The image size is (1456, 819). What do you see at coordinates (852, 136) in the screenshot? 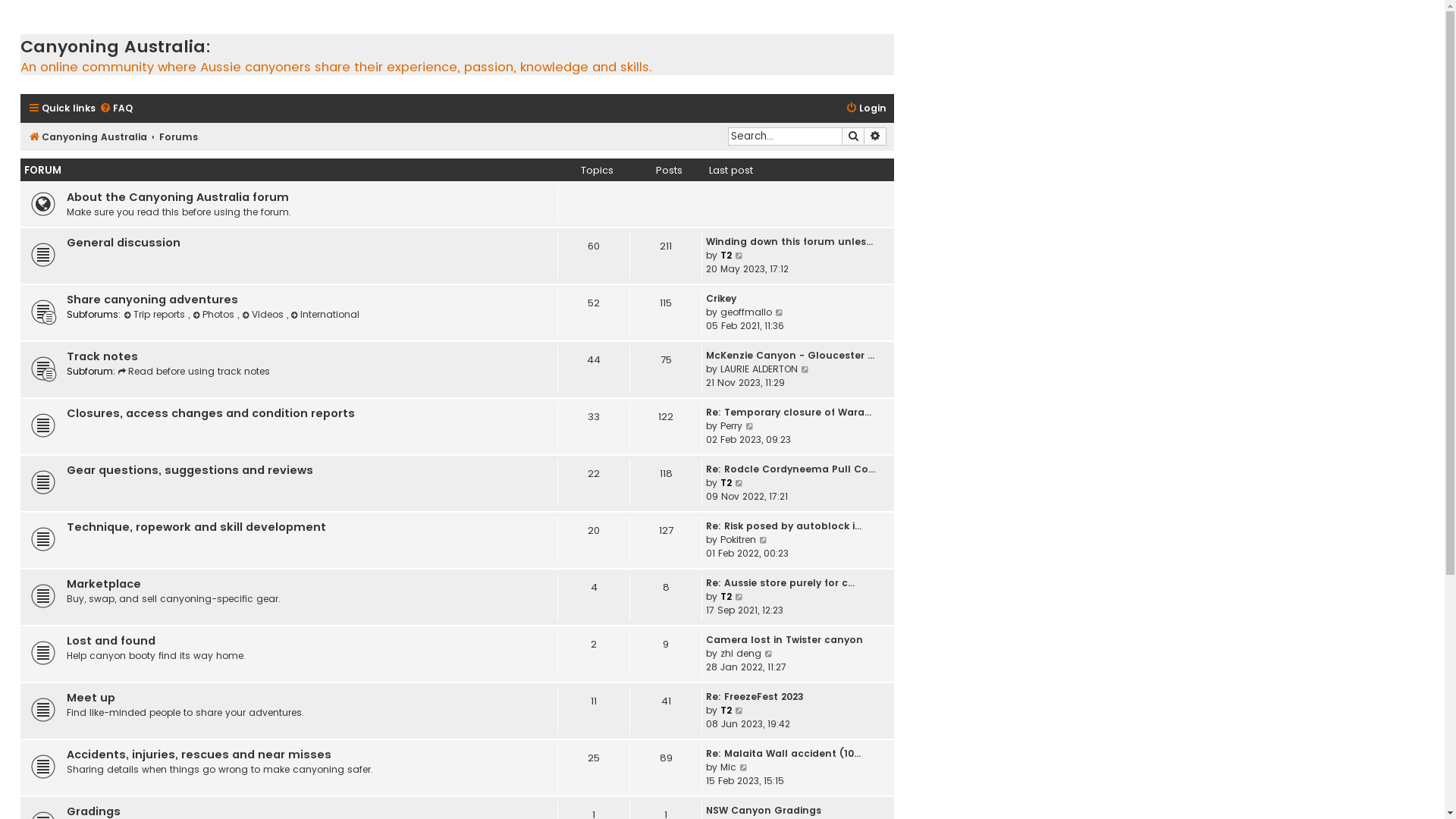
I see `'Search'` at bounding box center [852, 136].